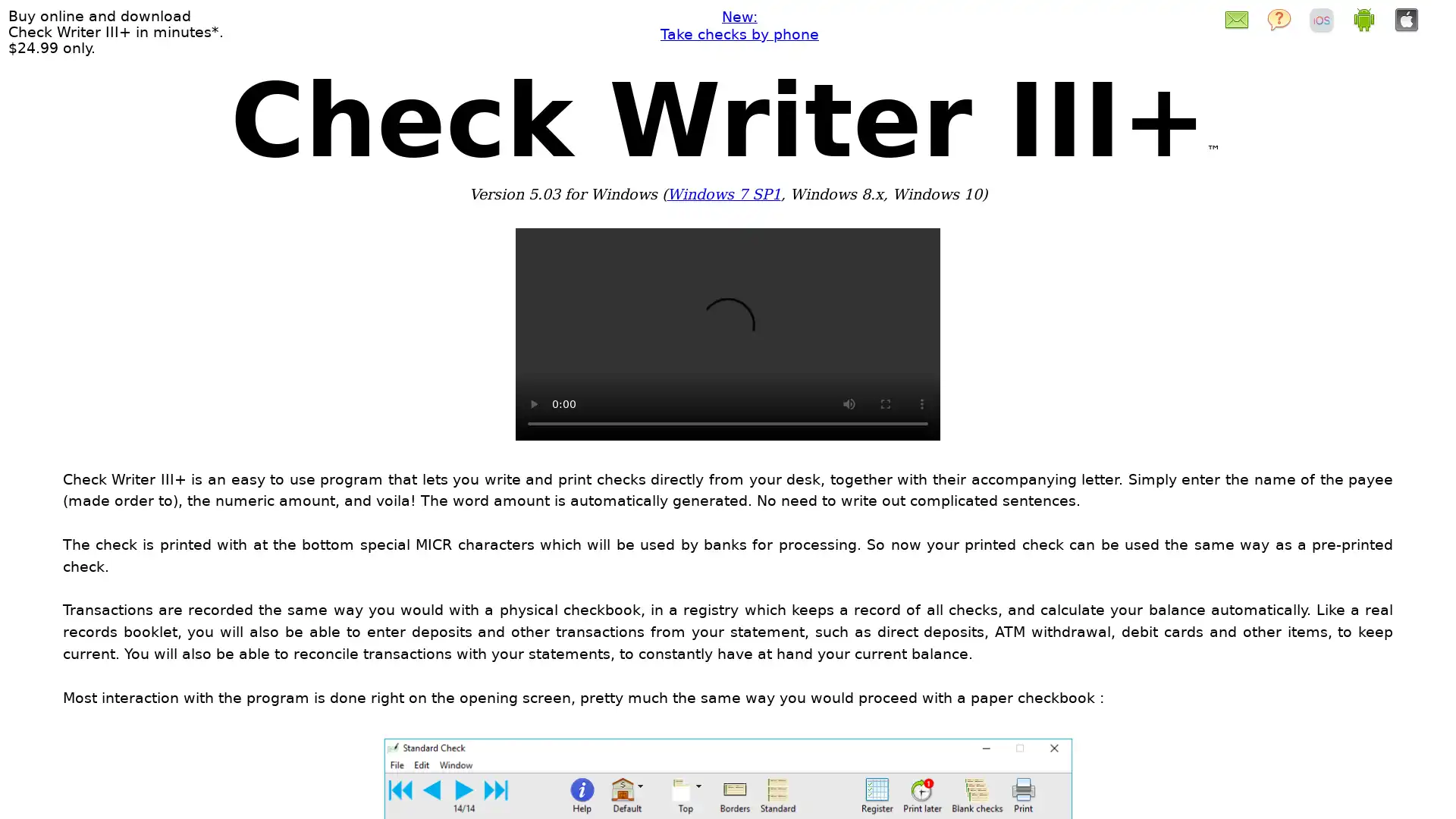 The height and width of the screenshot is (819, 1456). Describe the element at coordinates (885, 403) in the screenshot. I see `enter full screen` at that location.